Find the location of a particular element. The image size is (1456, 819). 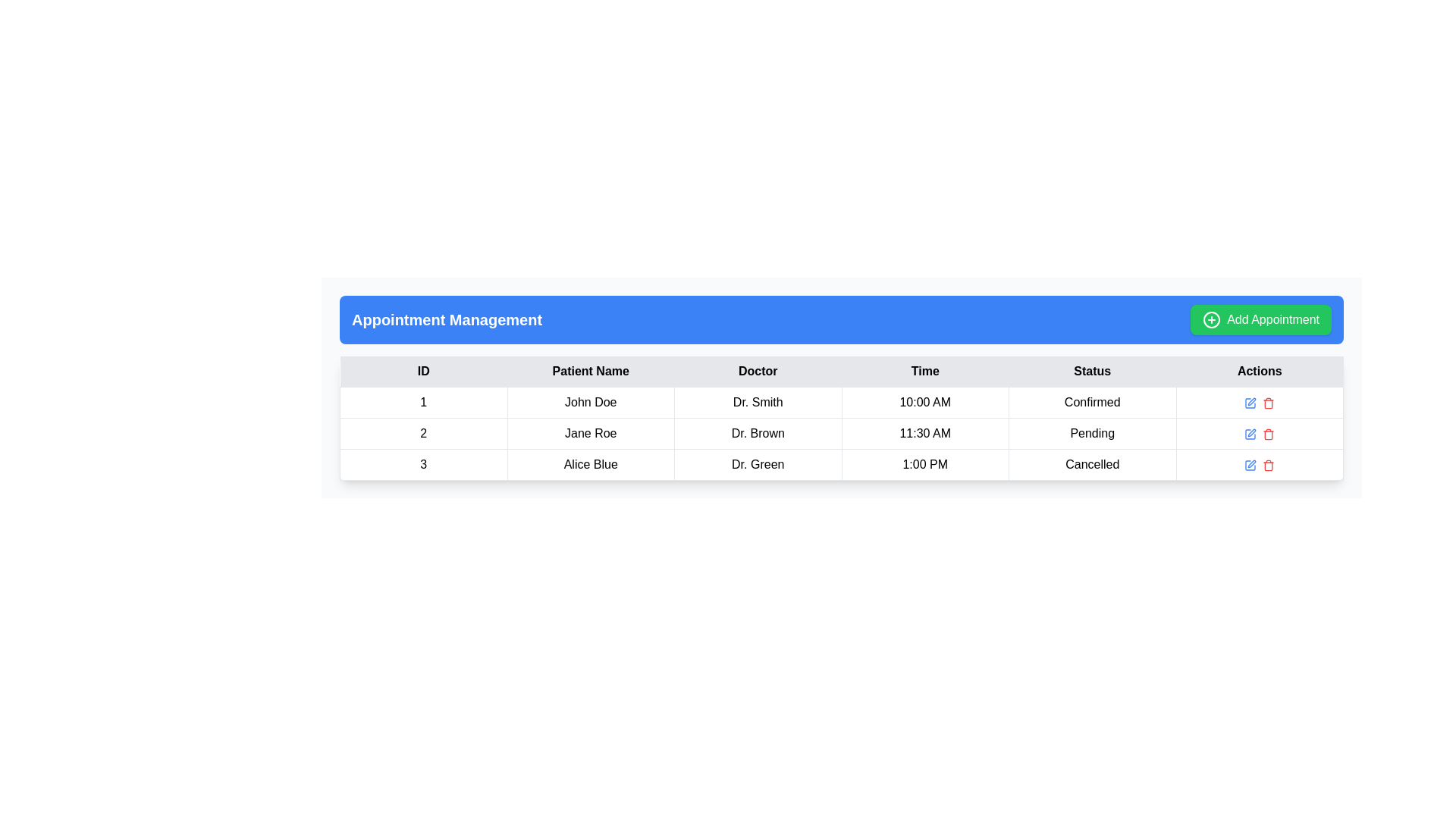

the Text element representing the identifier in the first row and first column of the table, which is associated with an appointment record is located at coordinates (423, 402).